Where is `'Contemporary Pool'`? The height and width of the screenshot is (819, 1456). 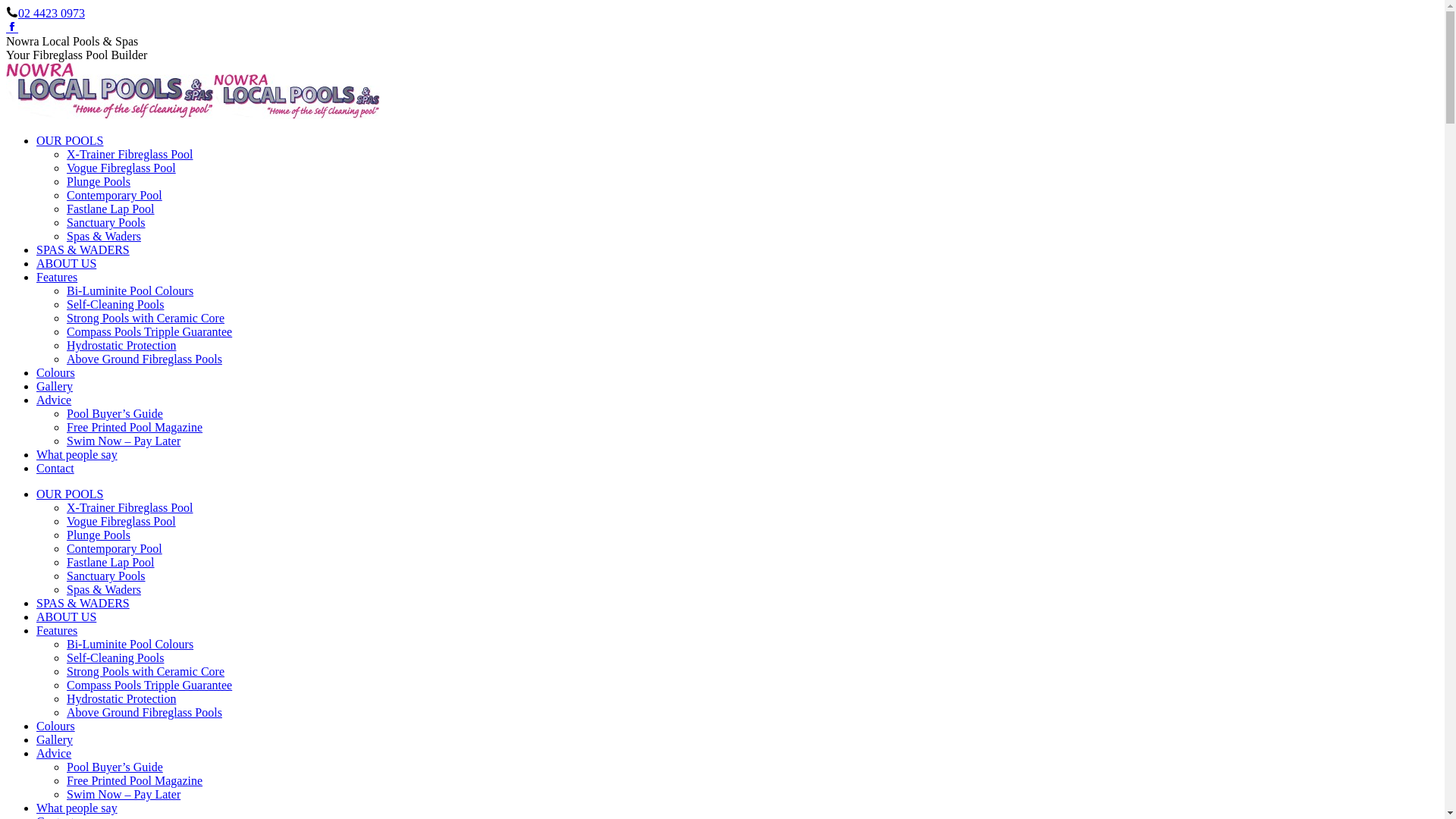
'Contemporary Pool' is located at coordinates (113, 548).